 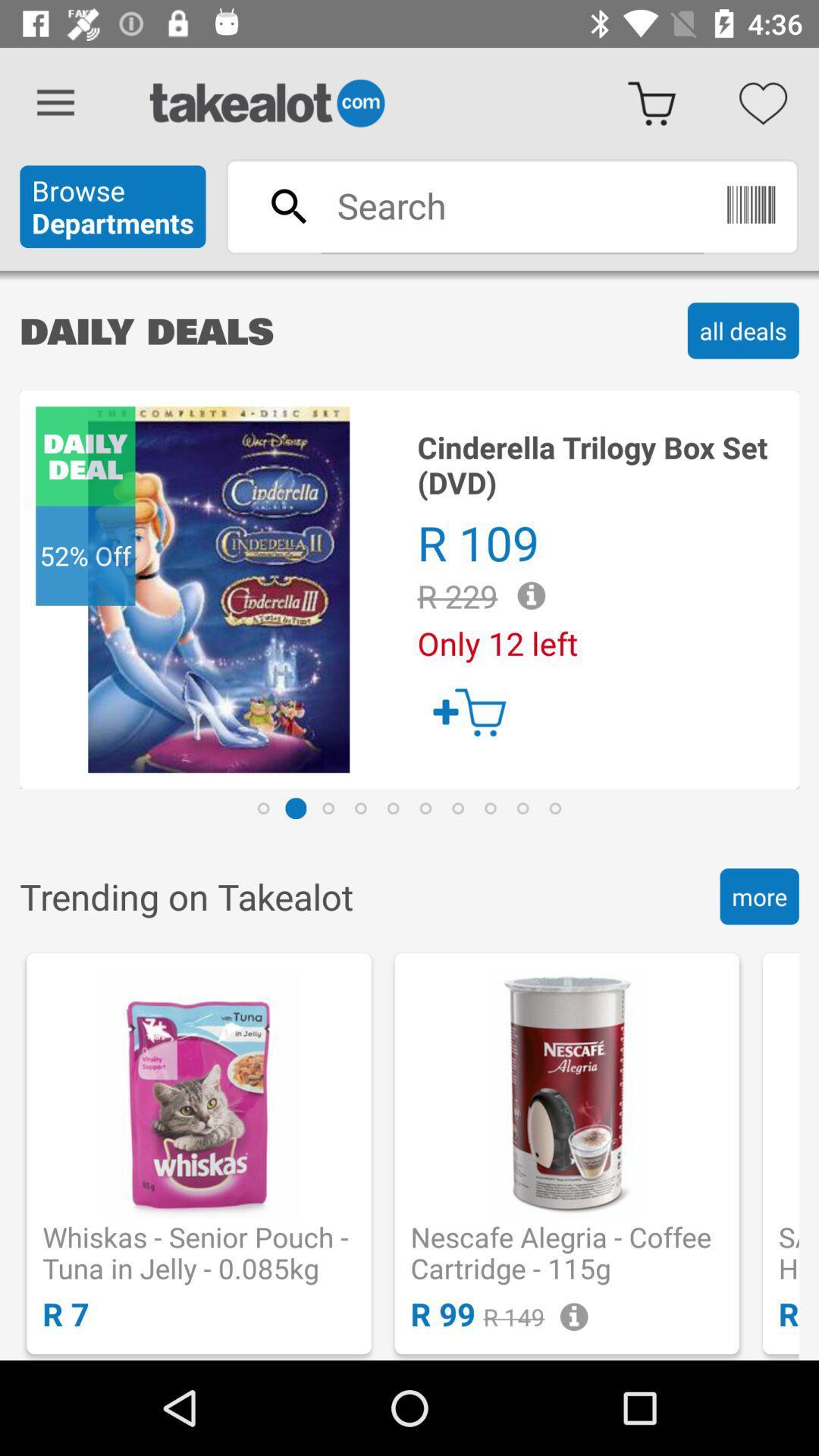 What do you see at coordinates (512, 205) in the screenshot?
I see `search button` at bounding box center [512, 205].